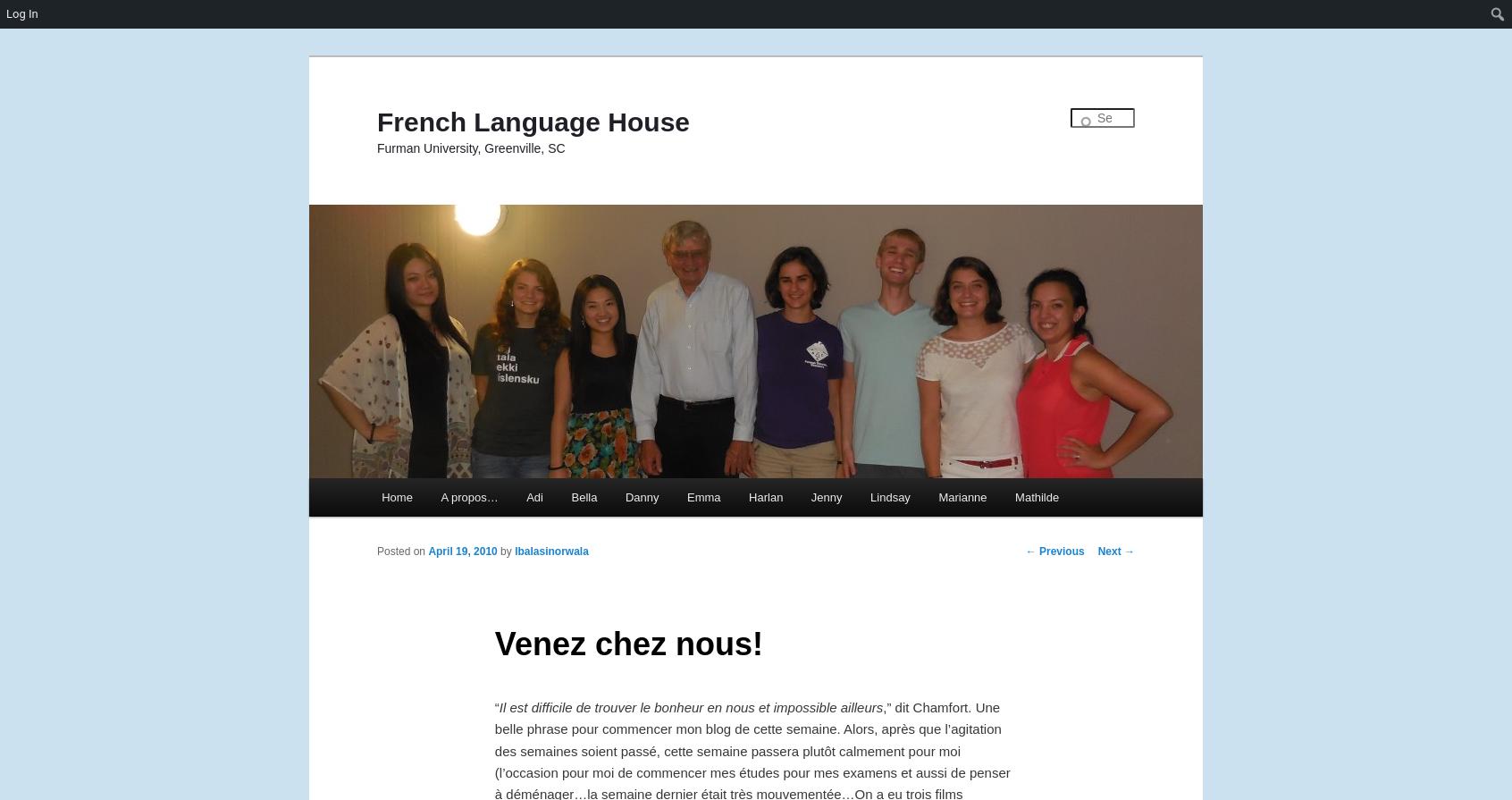  I want to click on 'Venez chez nous!', so click(628, 642).